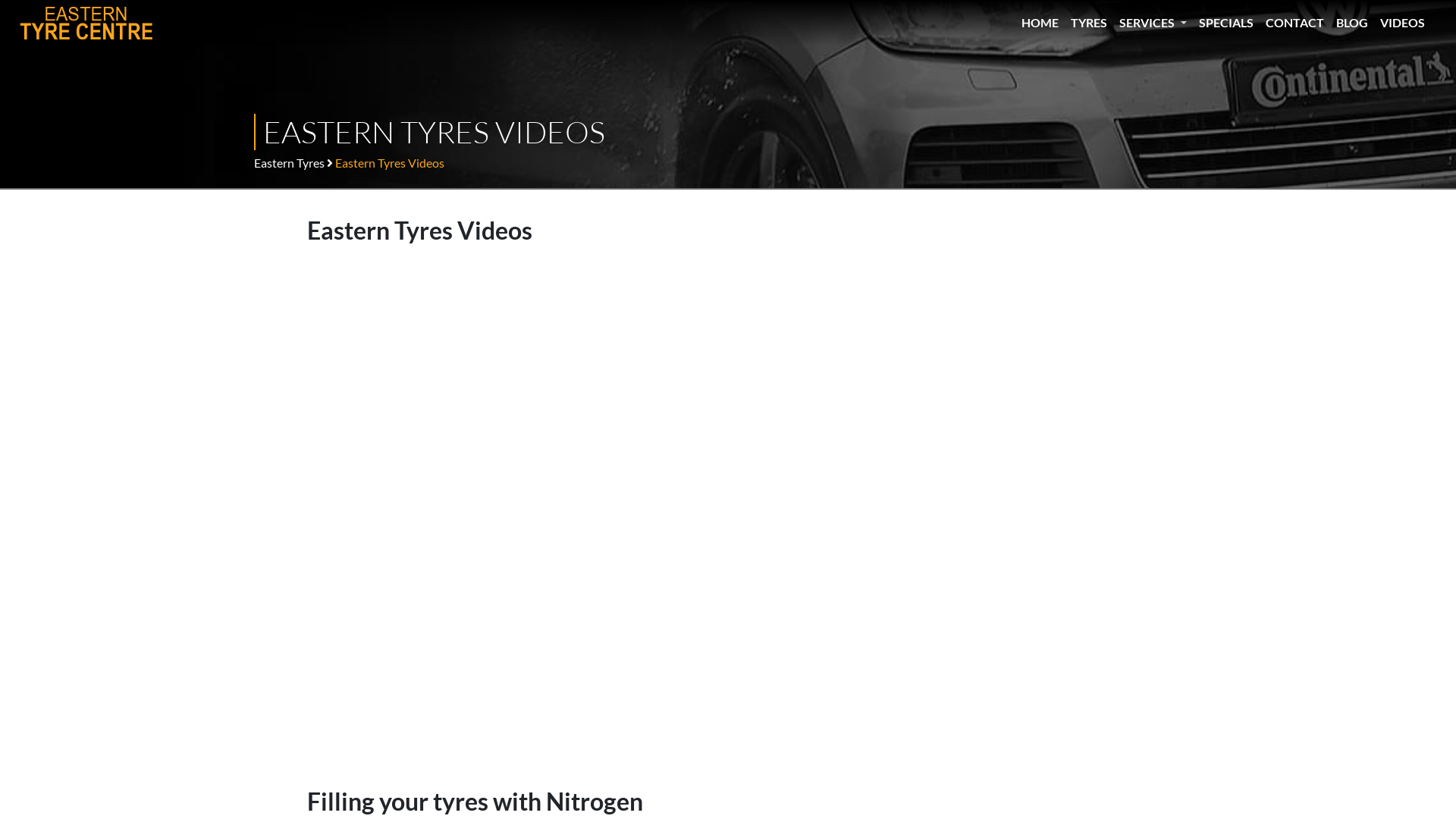 This screenshot has height=819, width=1456. Describe the element at coordinates (1021, 23) in the screenshot. I see `'HOME'` at that location.